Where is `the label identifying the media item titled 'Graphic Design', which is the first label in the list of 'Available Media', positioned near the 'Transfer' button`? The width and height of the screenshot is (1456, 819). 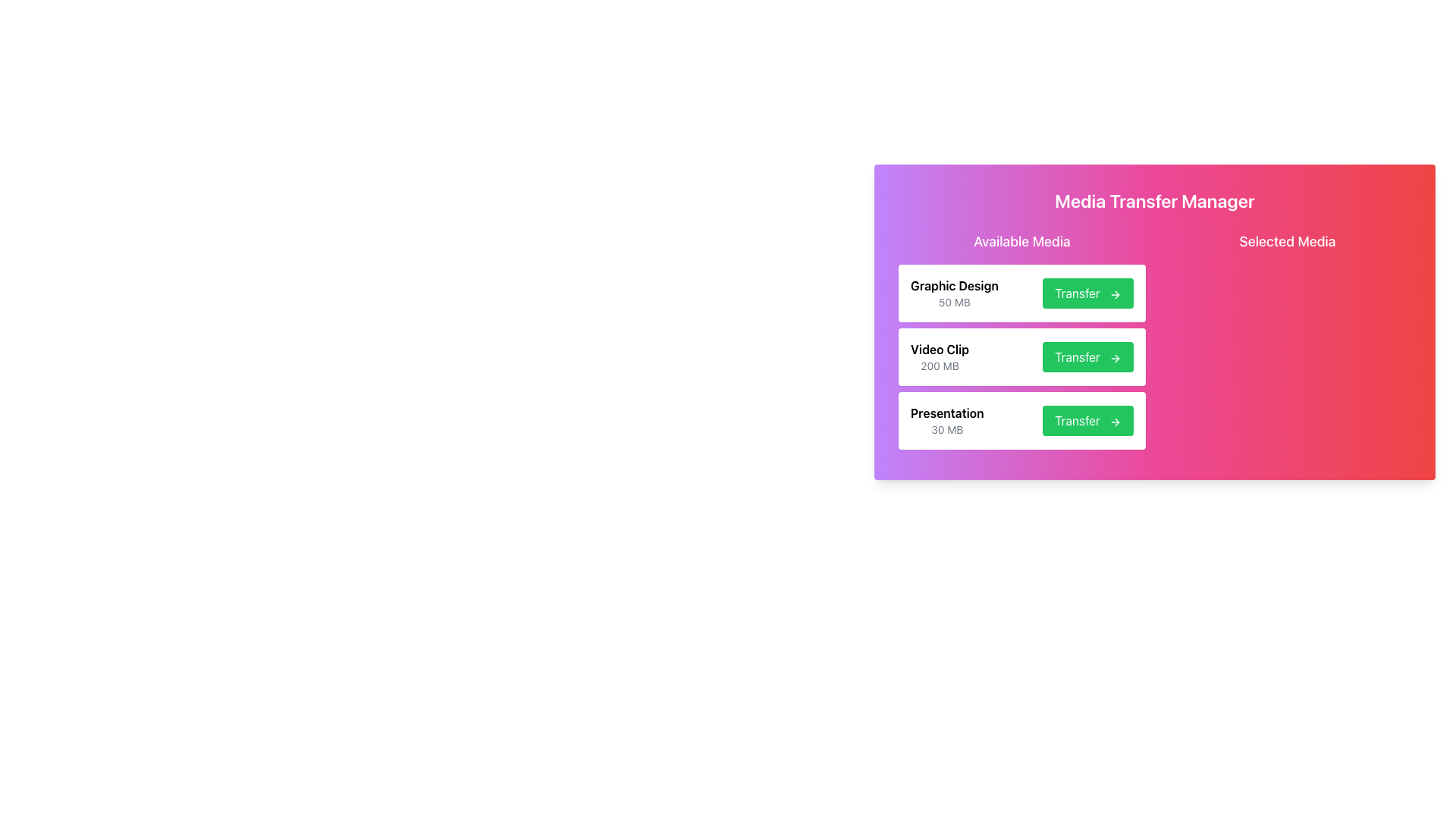 the label identifying the media item titled 'Graphic Design', which is the first label in the list of 'Available Media', positioned near the 'Transfer' button is located at coordinates (953, 286).